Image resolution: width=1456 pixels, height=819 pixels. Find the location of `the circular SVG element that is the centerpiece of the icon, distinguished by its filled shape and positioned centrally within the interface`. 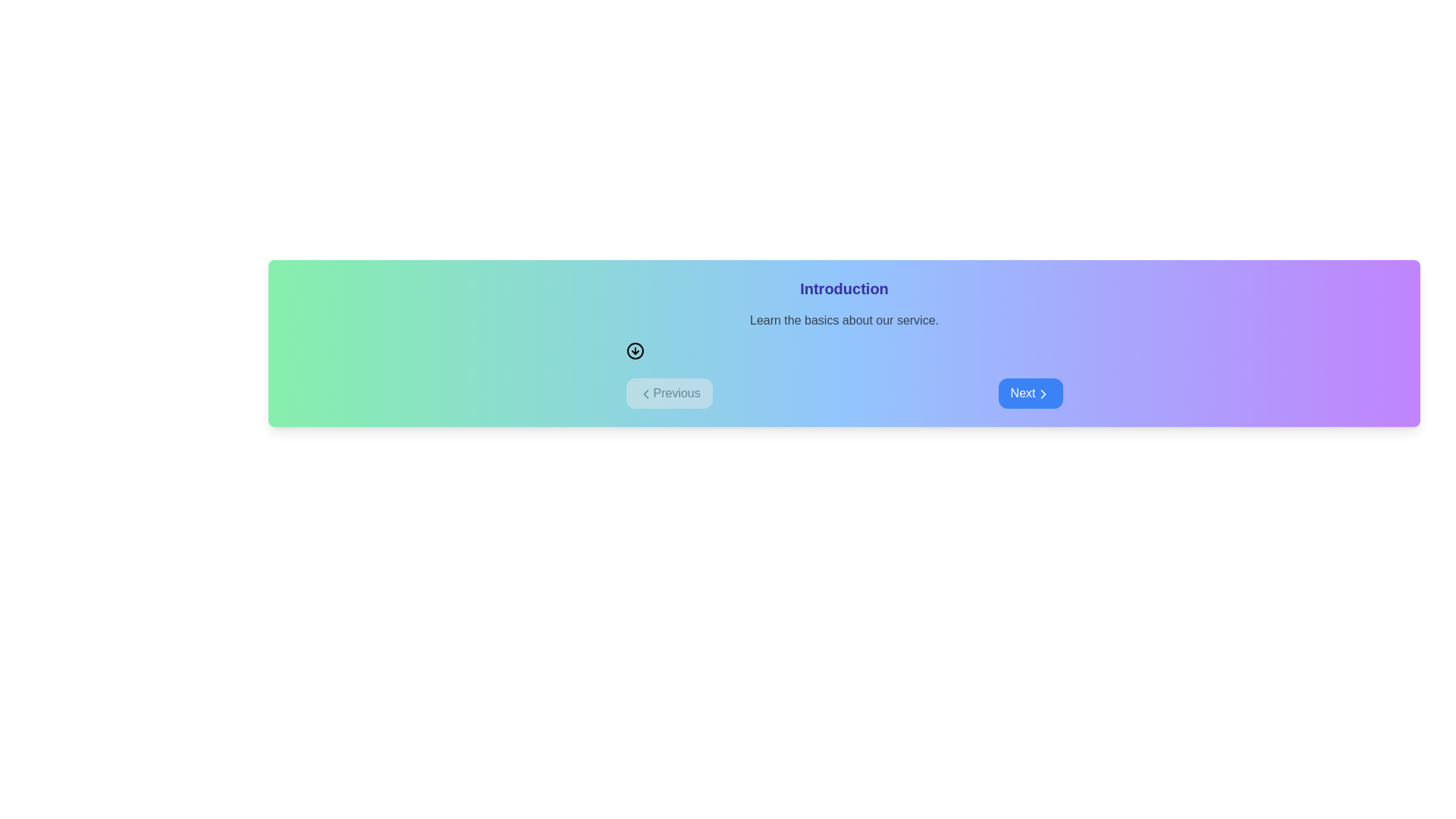

the circular SVG element that is the centerpiece of the icon, distinguished by its filled shape and positioned centrally within the interface is located at coordinates (635, 350).